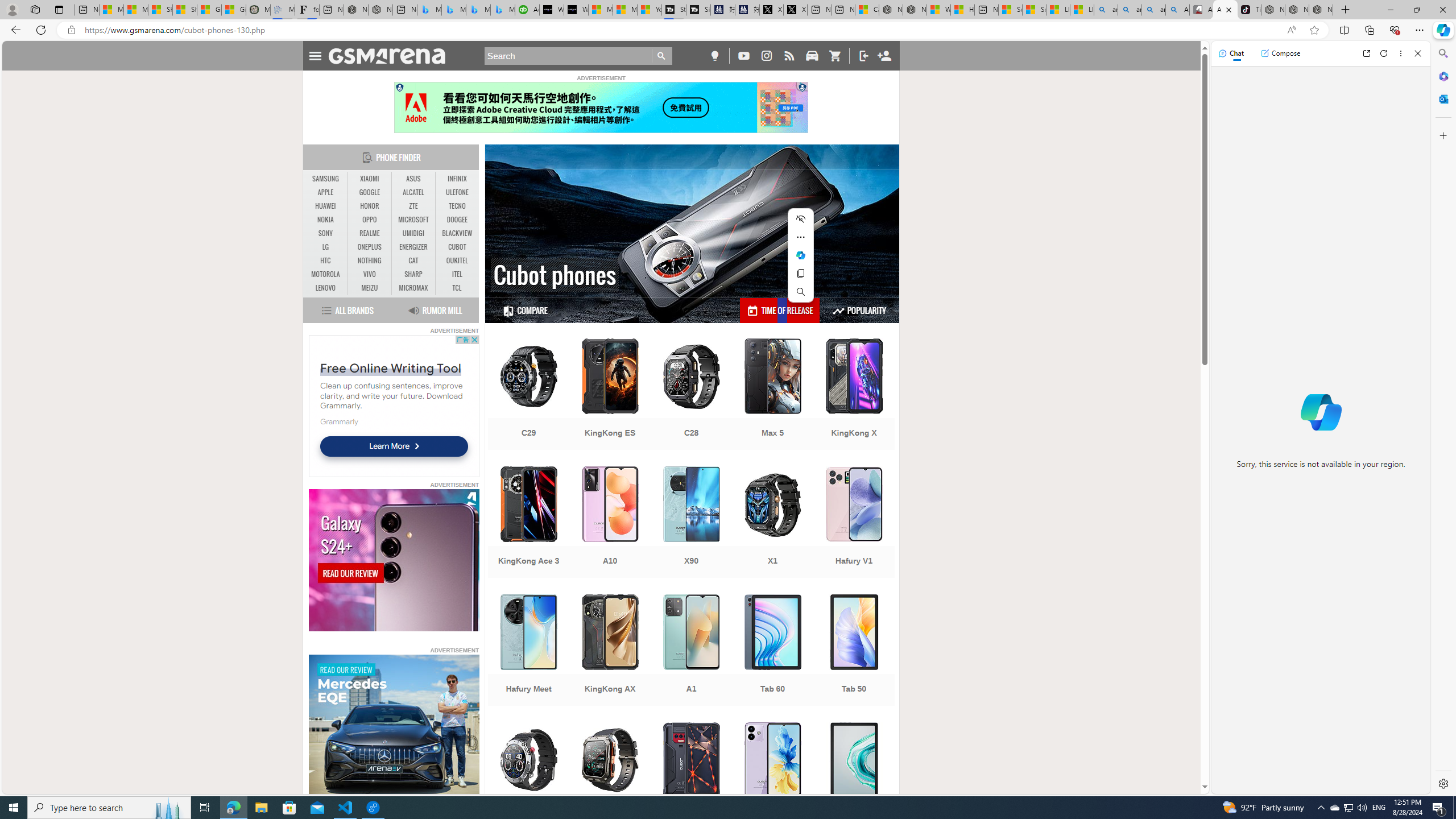 The width and height of the screenshot is (1456, 819). What do you see at coordinates (457, 220) in the screenshot?
I see `'DOOGEE'` at bounding box center [457, 220].